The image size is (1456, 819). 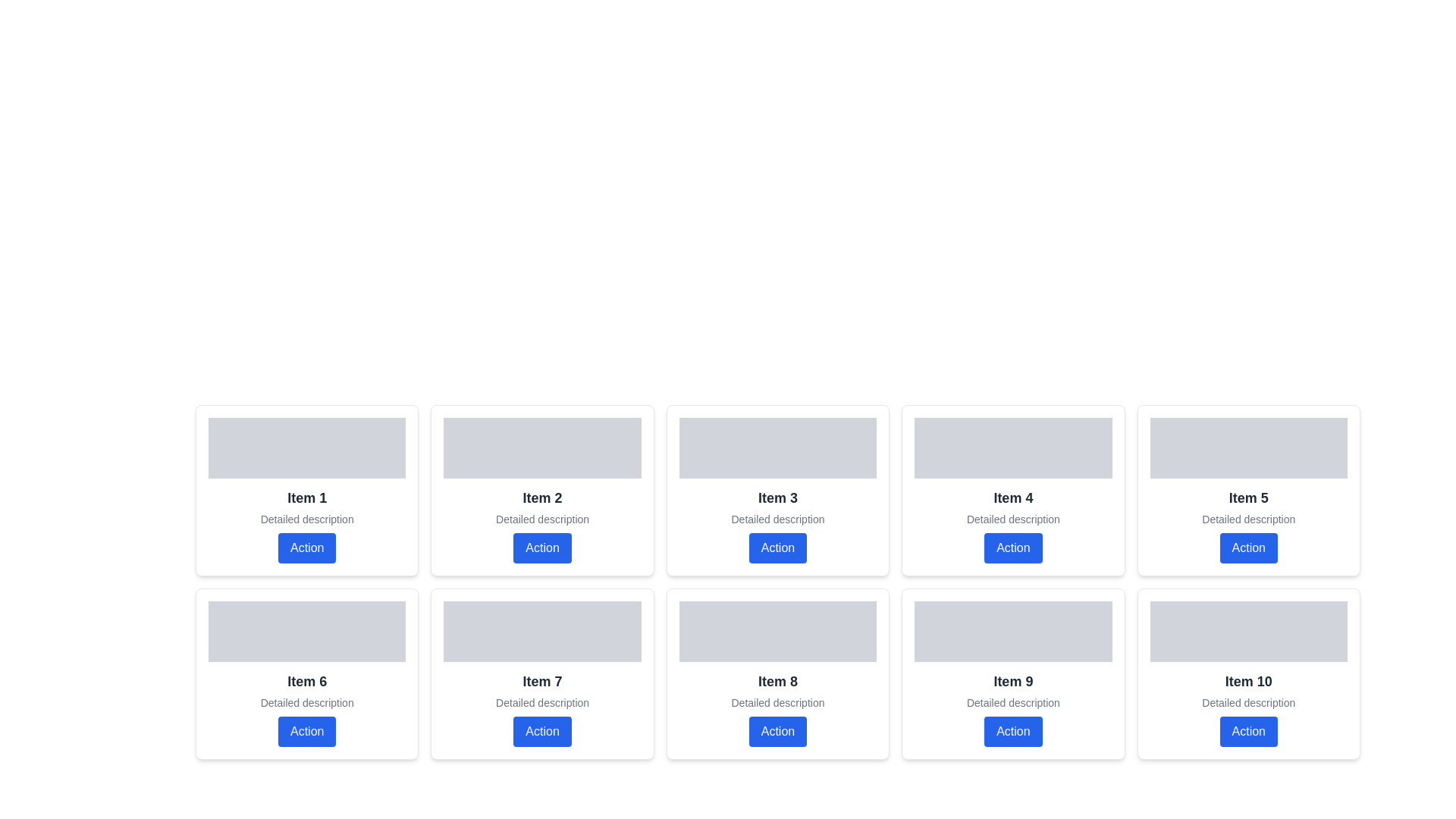 I want to click on the rectangular placeholder with a light grey background at the top of the card labeled 'Item 8', which is positioned in the second row and fourth column of the grid layout, so click(x=778, y=632).